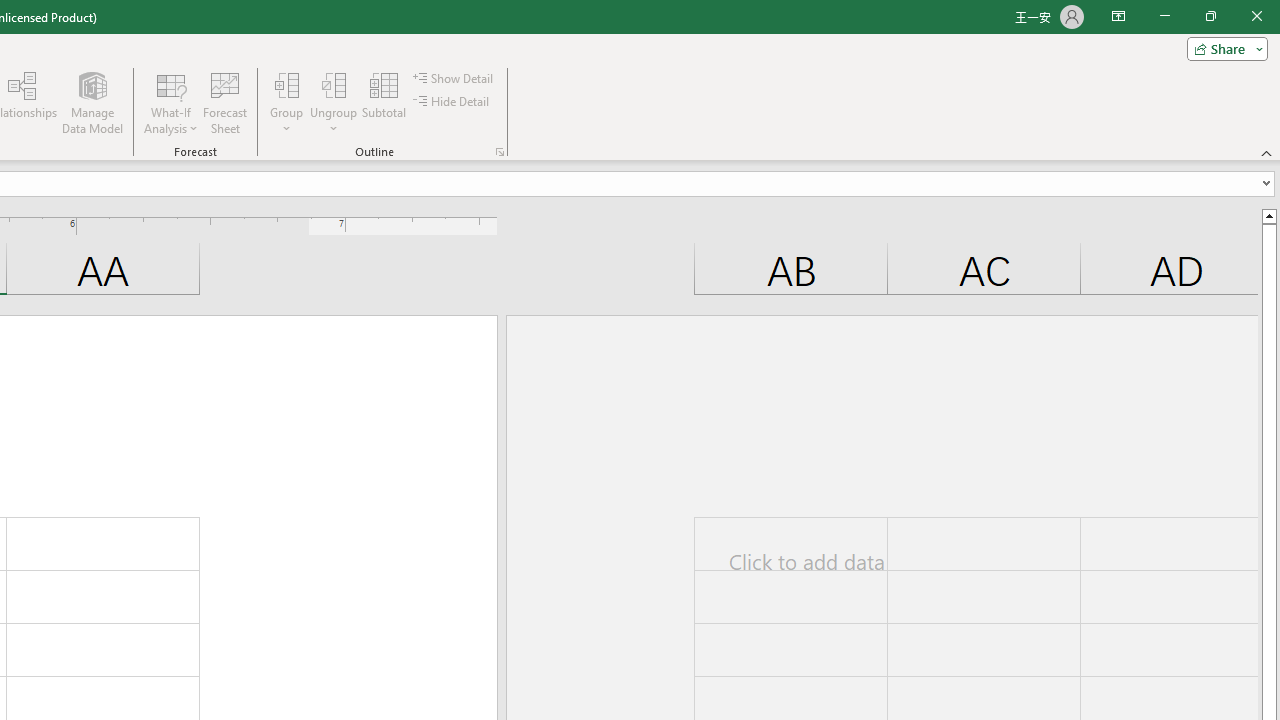  What do you see at coordinates (91, 103) in the screenshot?
I see `'Manage Data Model'` at bounding box center [91, 103].